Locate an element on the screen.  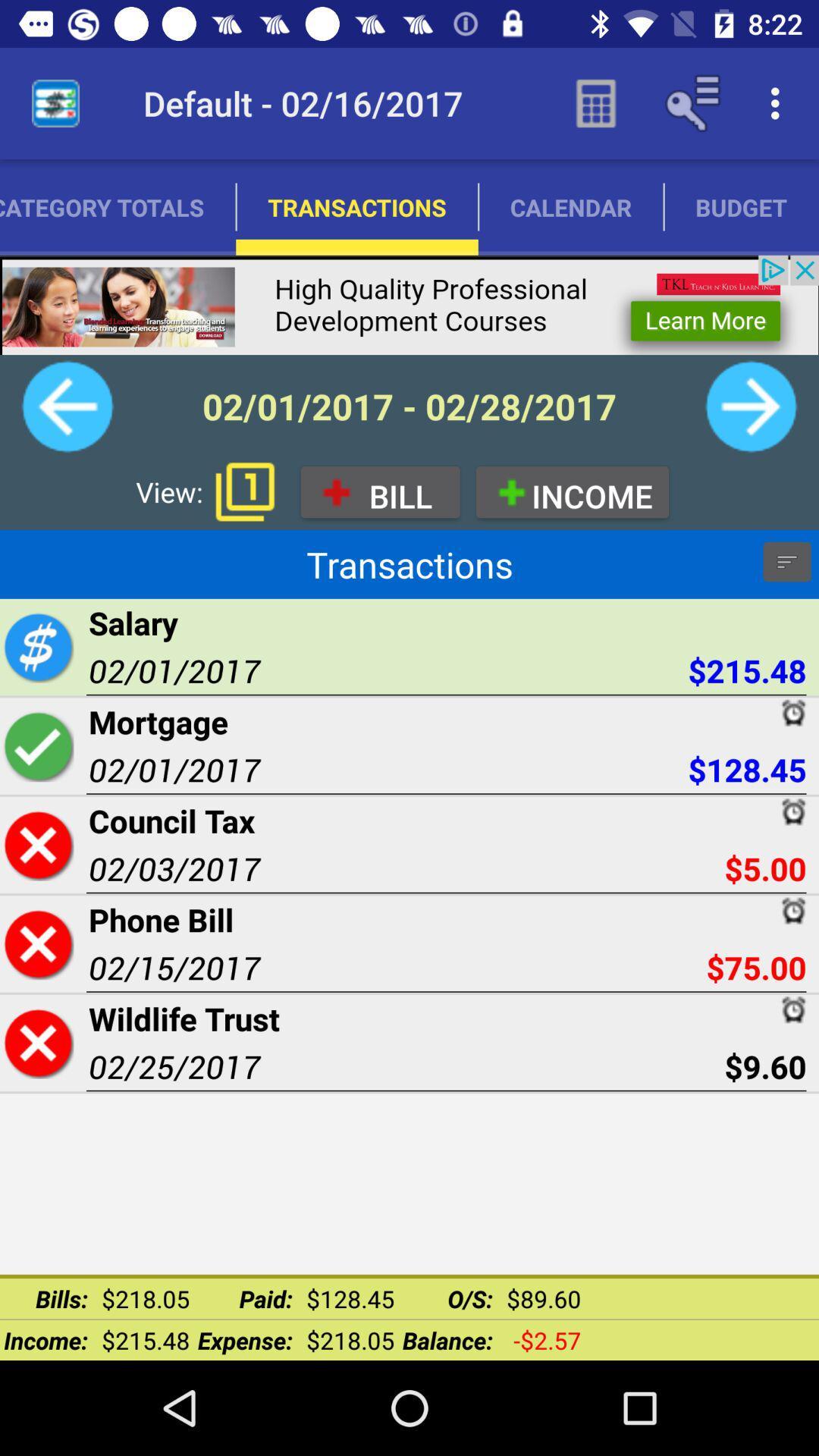
delete item is located at coordinates (37, 1042).